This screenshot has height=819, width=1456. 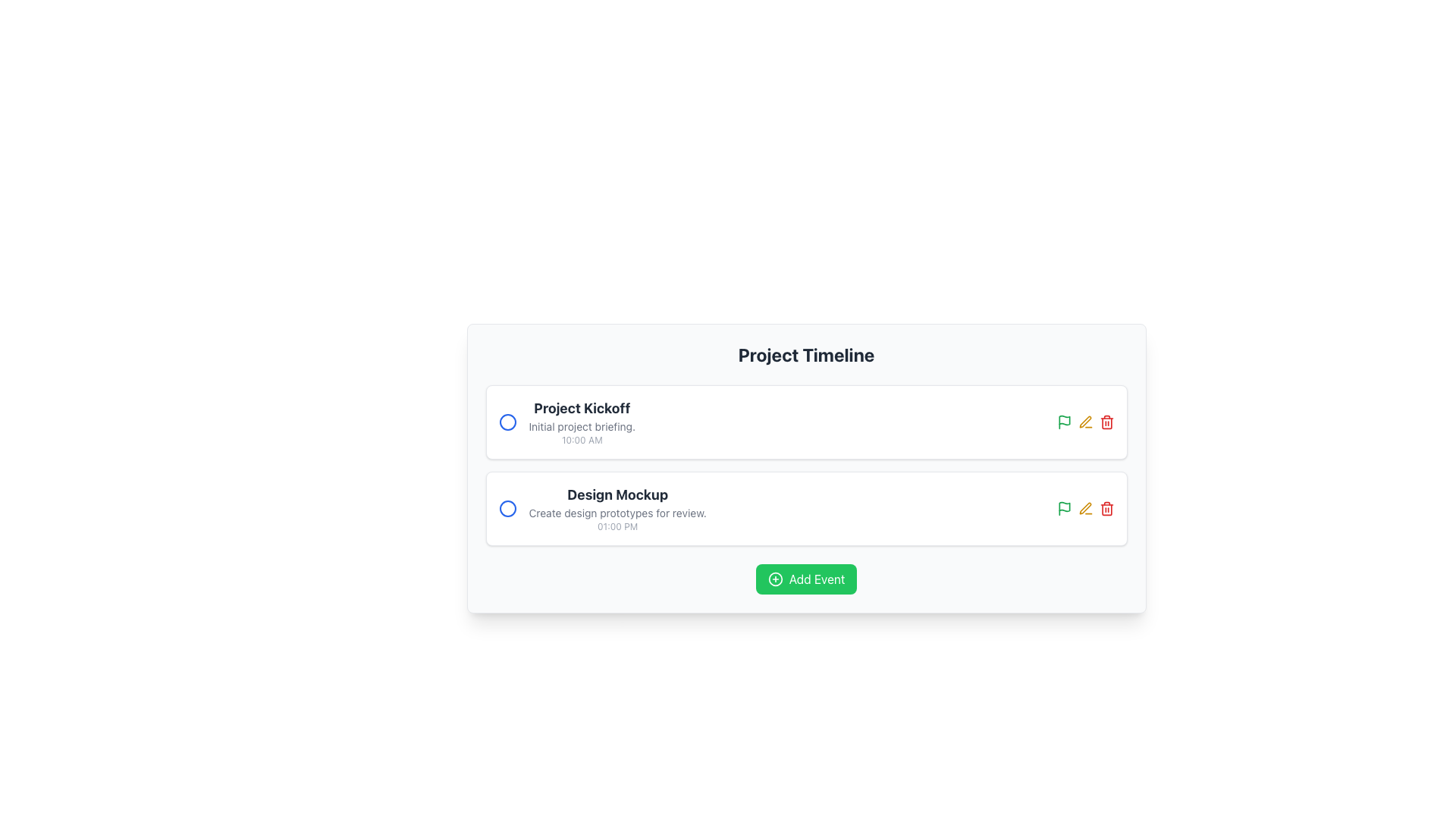 What do you see at coordinates (805, 464) in the screenshot?
I see `the Grouped List Component within the 'Project Timeline'` at bounding box center [805, 464].